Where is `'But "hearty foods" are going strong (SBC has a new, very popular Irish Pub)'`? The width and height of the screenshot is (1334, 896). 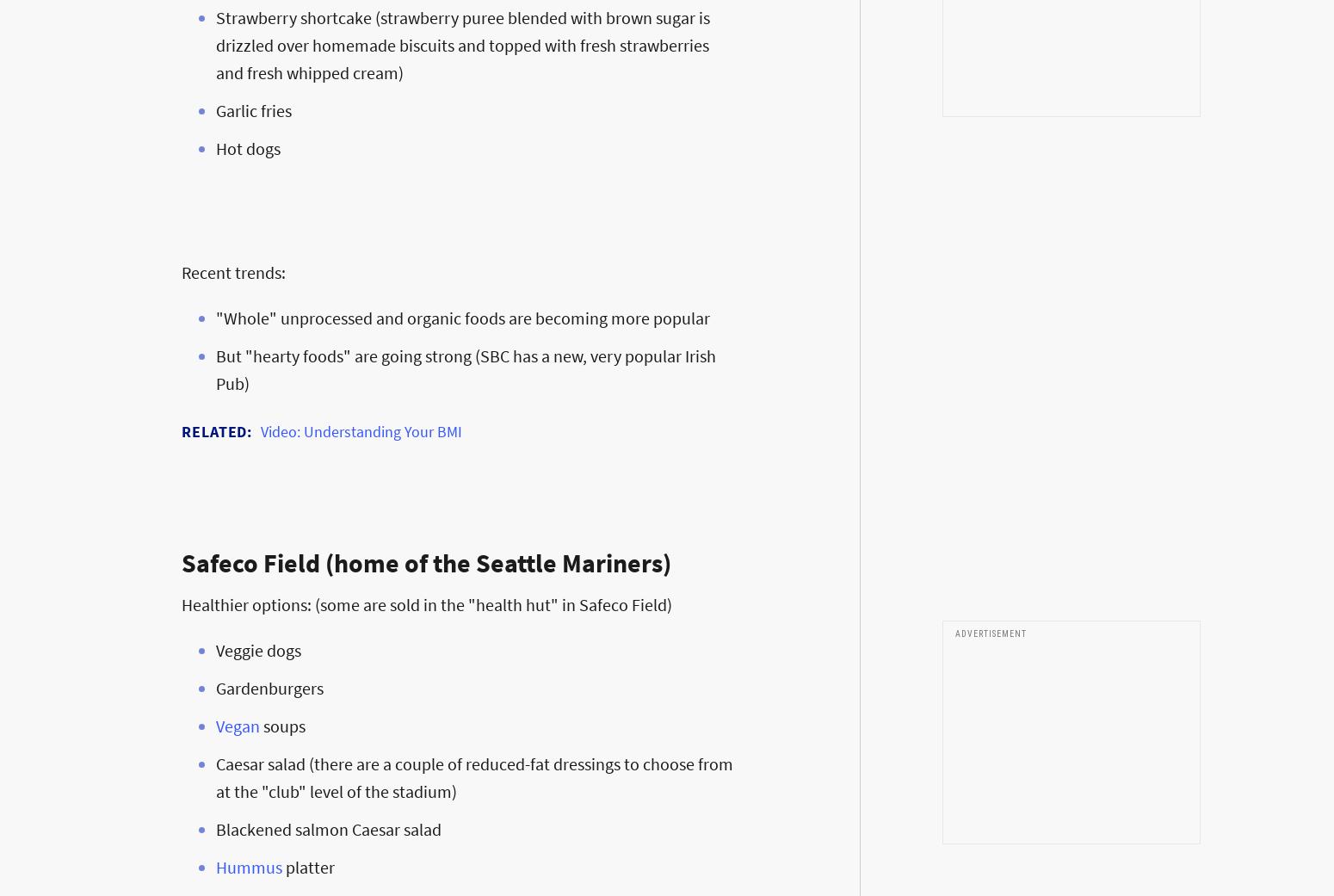 'But "hearty foods" are going strong (SBC has a new, very popular Irish Pub)' is located at coordinates (465, 368).